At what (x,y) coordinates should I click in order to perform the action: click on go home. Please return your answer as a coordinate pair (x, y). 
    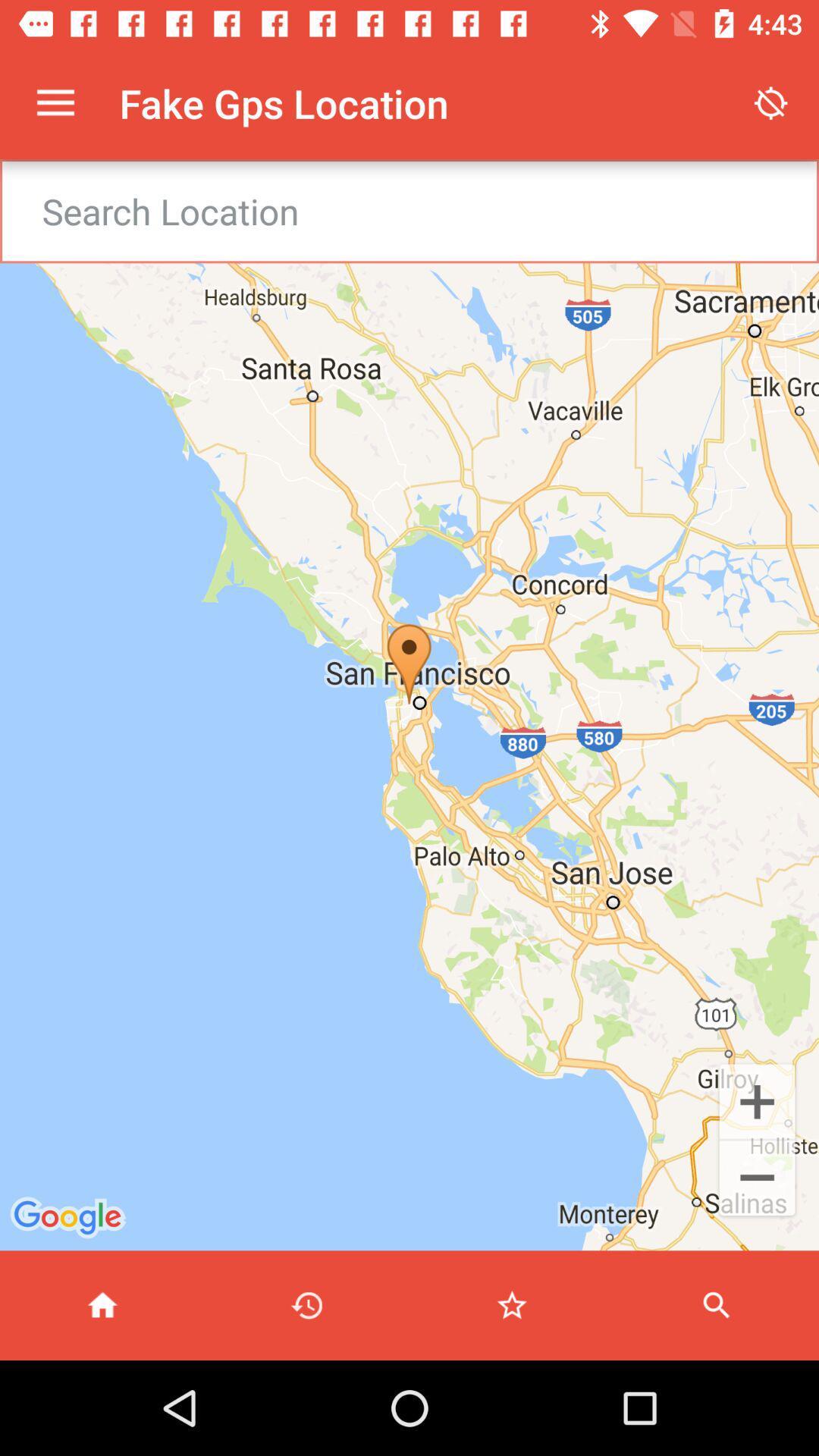
    Looking at the image, I should click on (102, 1304).